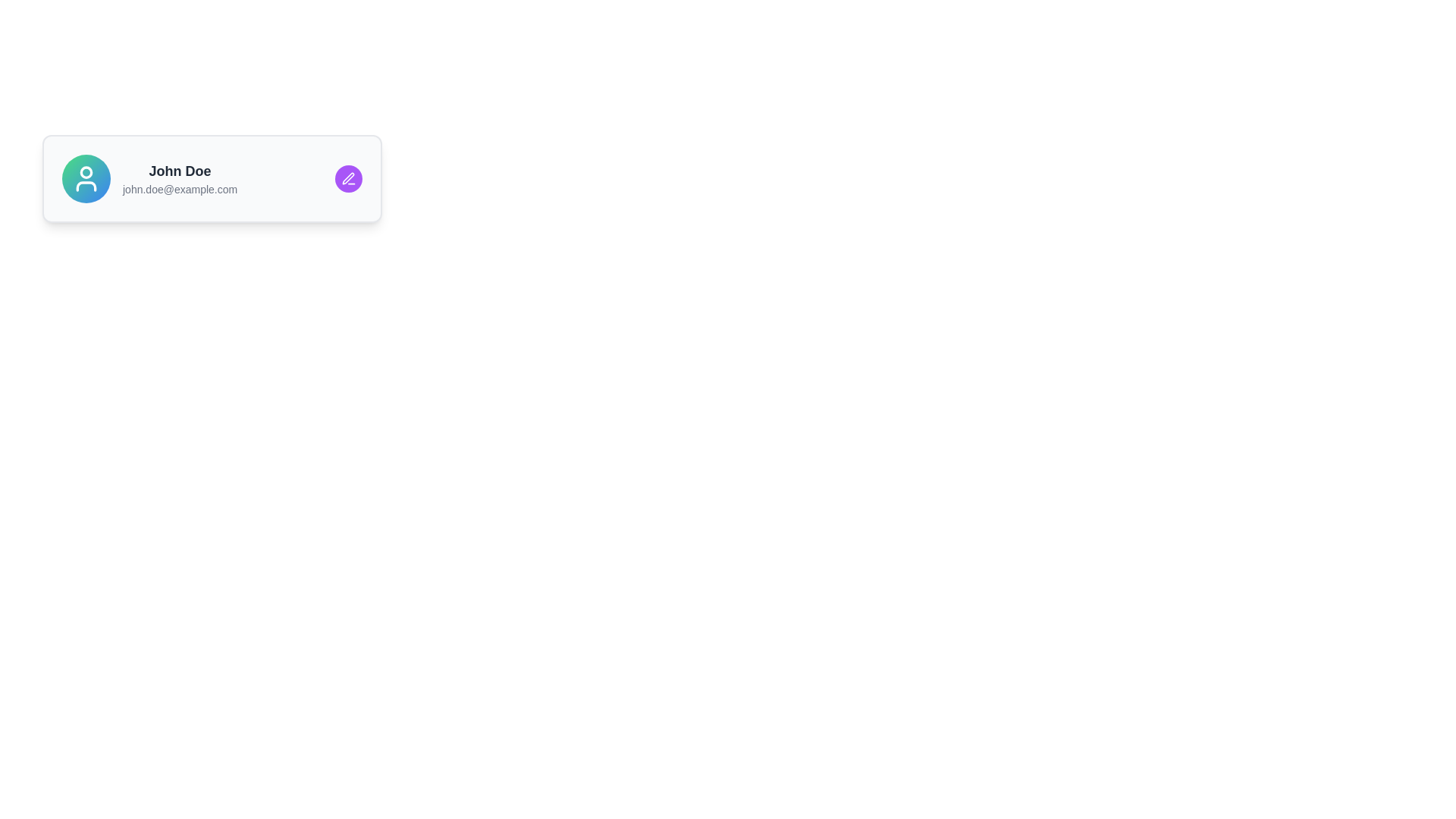 The image size is (1456, 819). Describe the element at coordinates (211, 177) in the screenshot. I see `the bolded name 'John Doe' in the Profile Card` at that location.